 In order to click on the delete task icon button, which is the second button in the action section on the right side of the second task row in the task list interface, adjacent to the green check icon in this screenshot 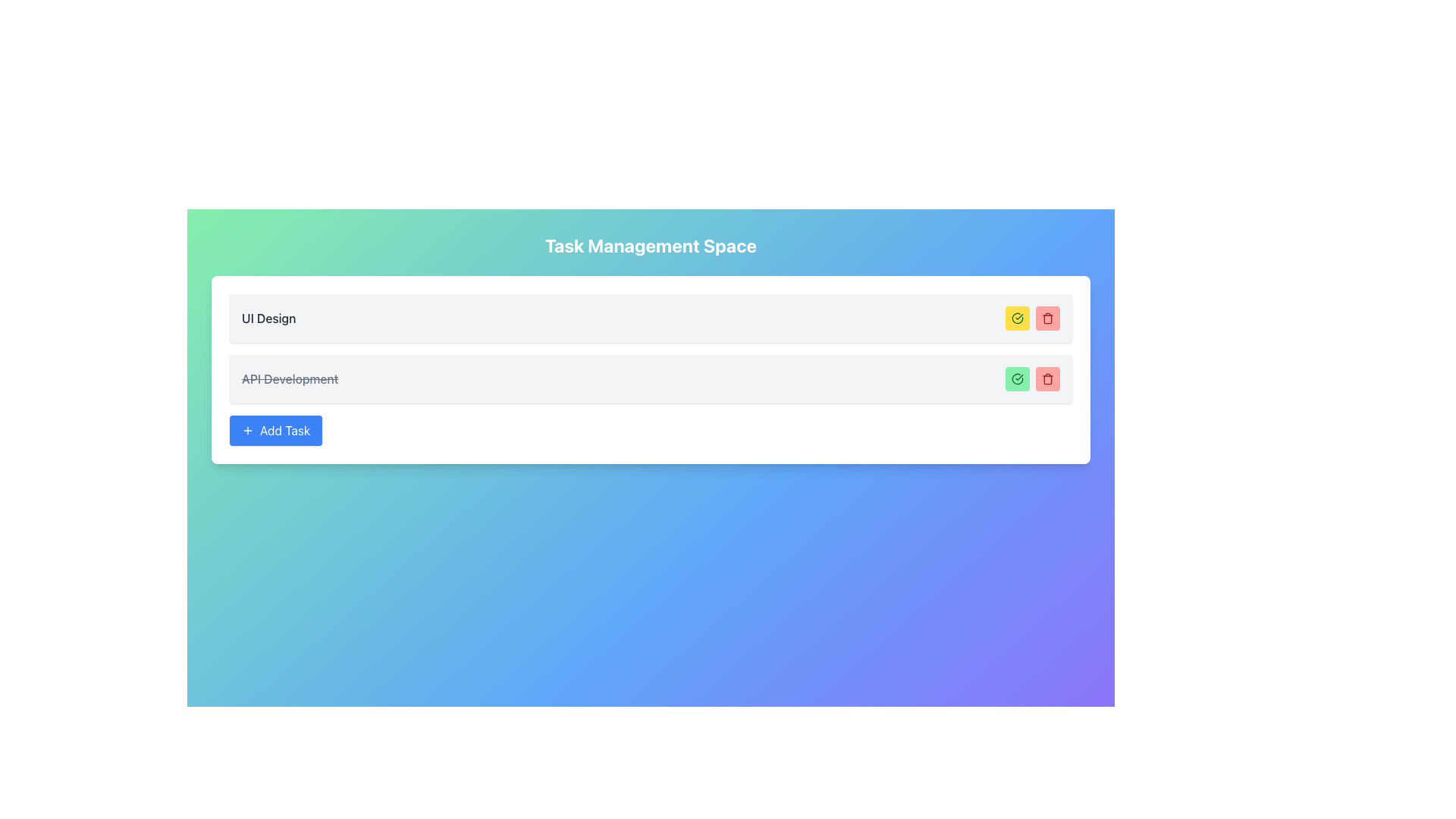, I will do `click(1047, 318)`.